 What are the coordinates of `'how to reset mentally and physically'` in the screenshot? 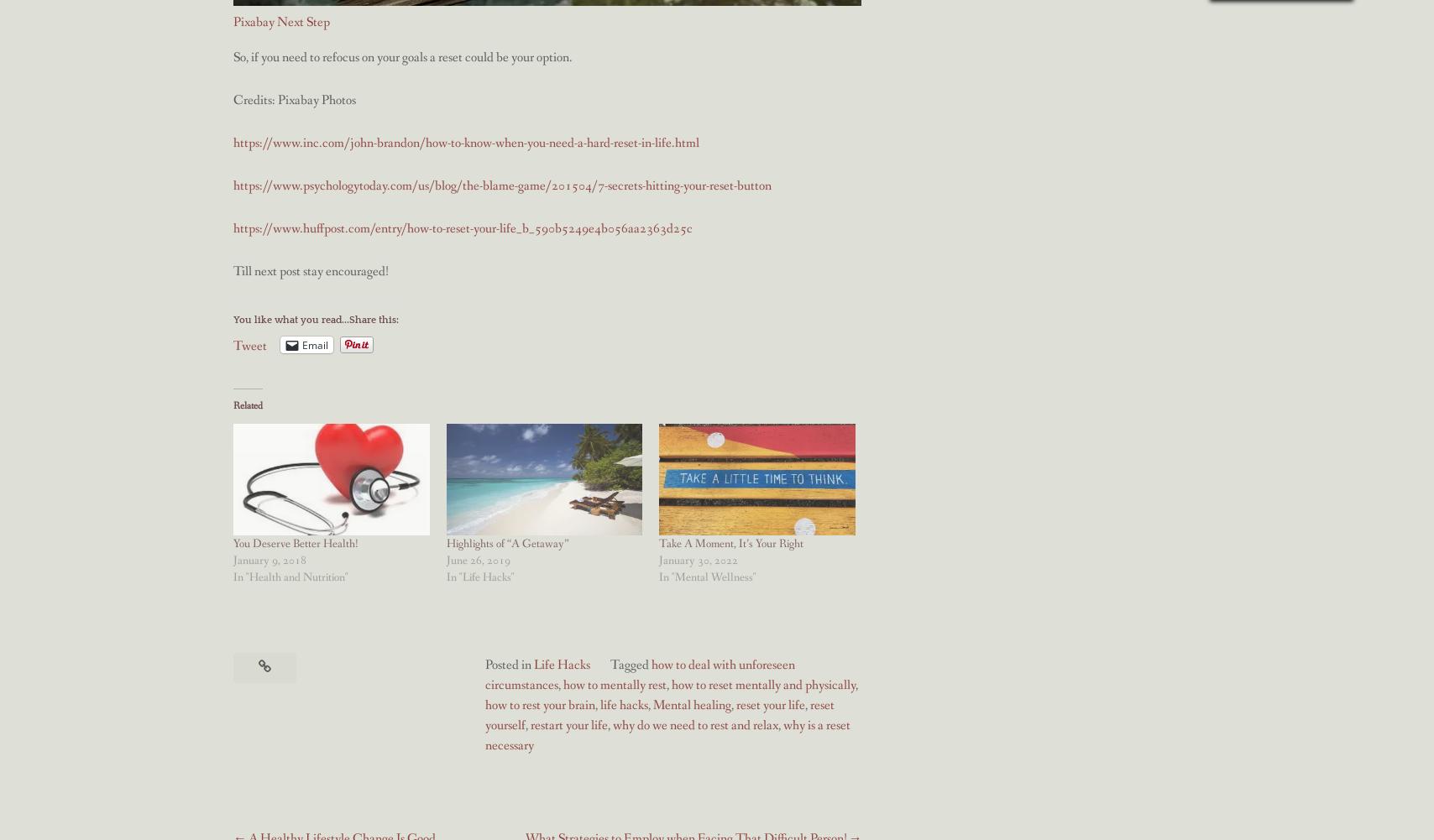 It's located at (671, 684).